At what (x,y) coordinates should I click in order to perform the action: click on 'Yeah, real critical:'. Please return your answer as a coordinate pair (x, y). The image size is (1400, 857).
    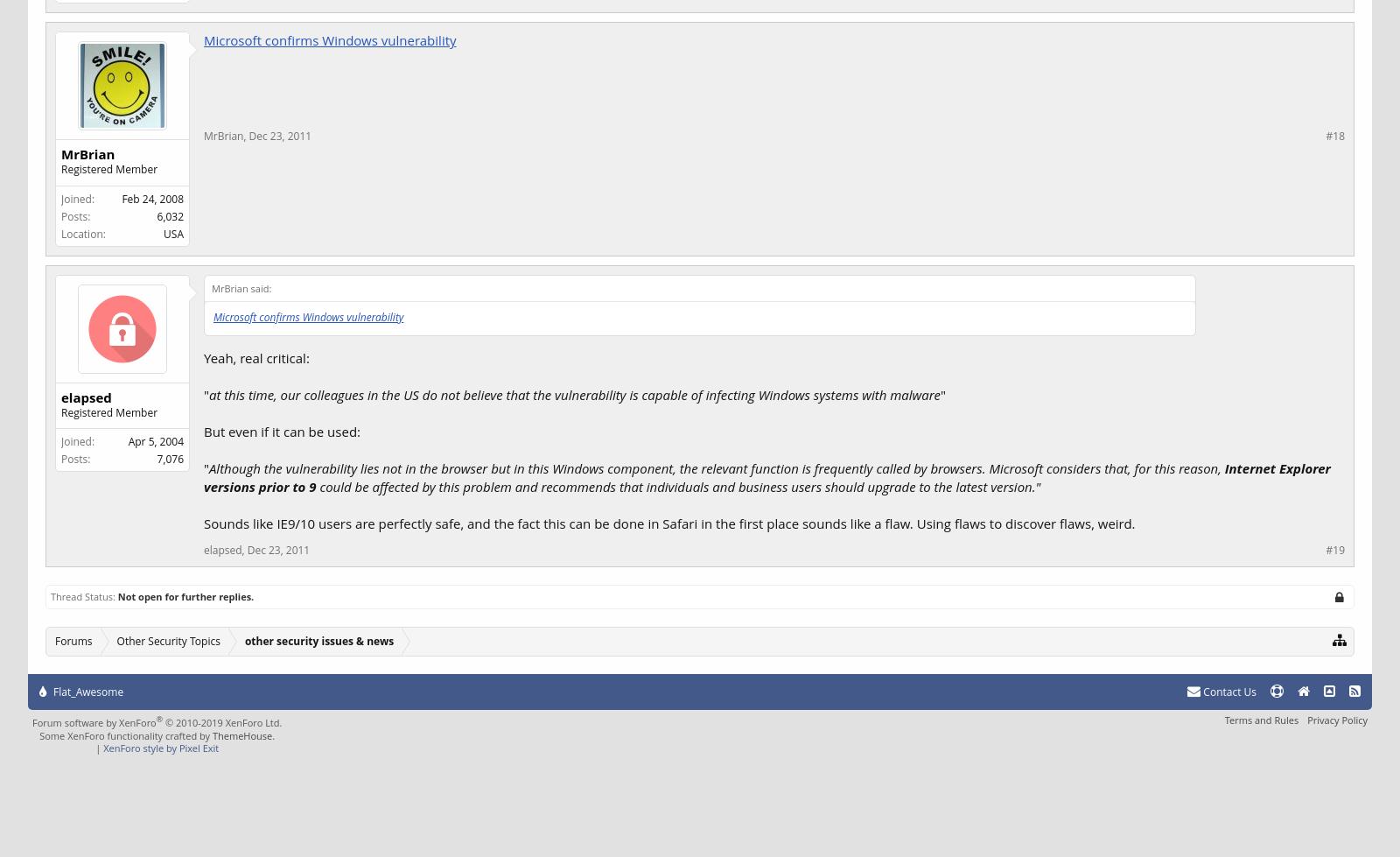
    Looking at the image, I should click on (255, 357).